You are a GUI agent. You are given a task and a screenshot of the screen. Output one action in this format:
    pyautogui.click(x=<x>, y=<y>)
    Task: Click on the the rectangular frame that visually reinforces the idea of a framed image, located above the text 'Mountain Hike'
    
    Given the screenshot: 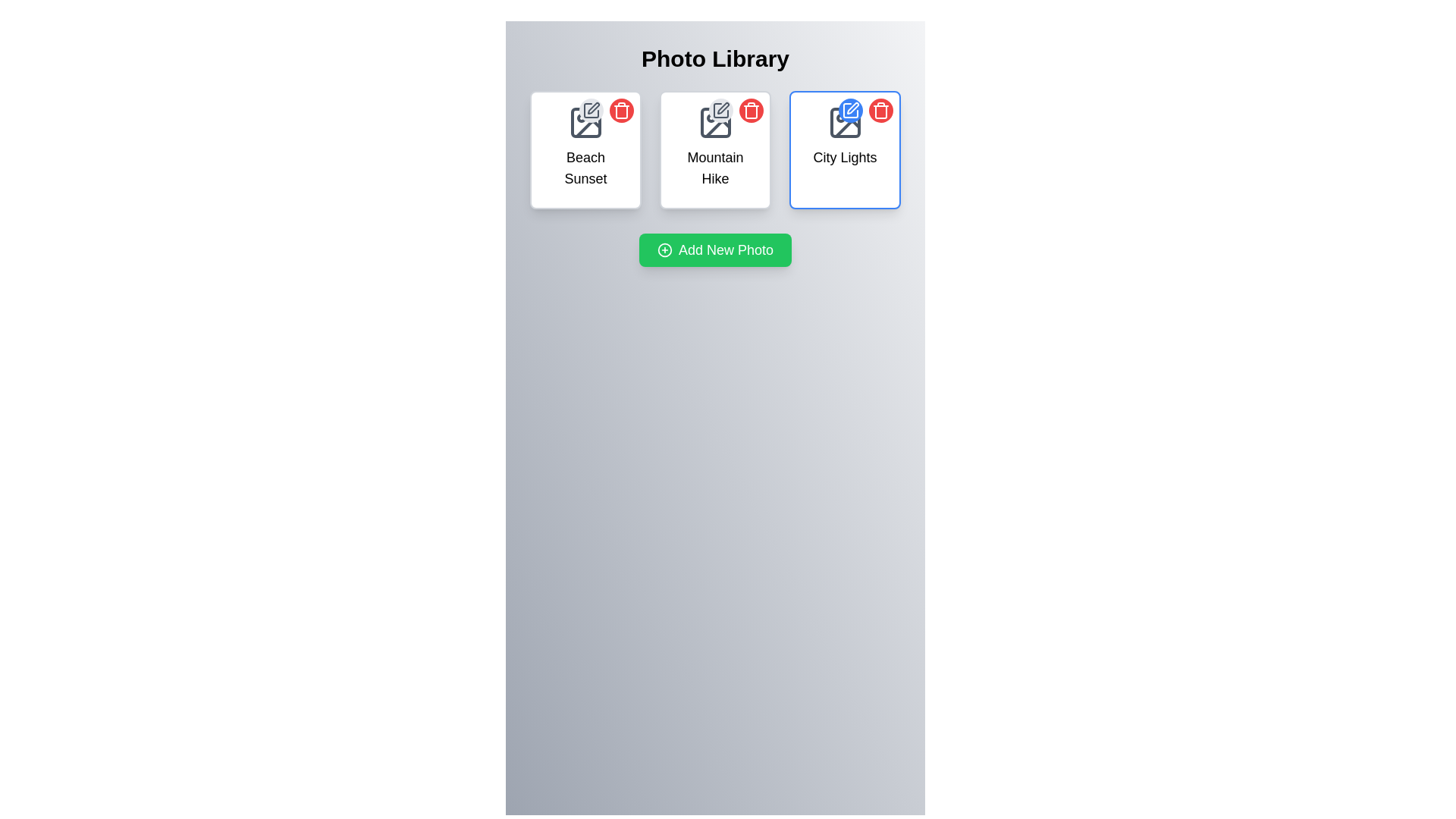 What is the action you would take?
    pyautogui.click(x=714, y=122)
    